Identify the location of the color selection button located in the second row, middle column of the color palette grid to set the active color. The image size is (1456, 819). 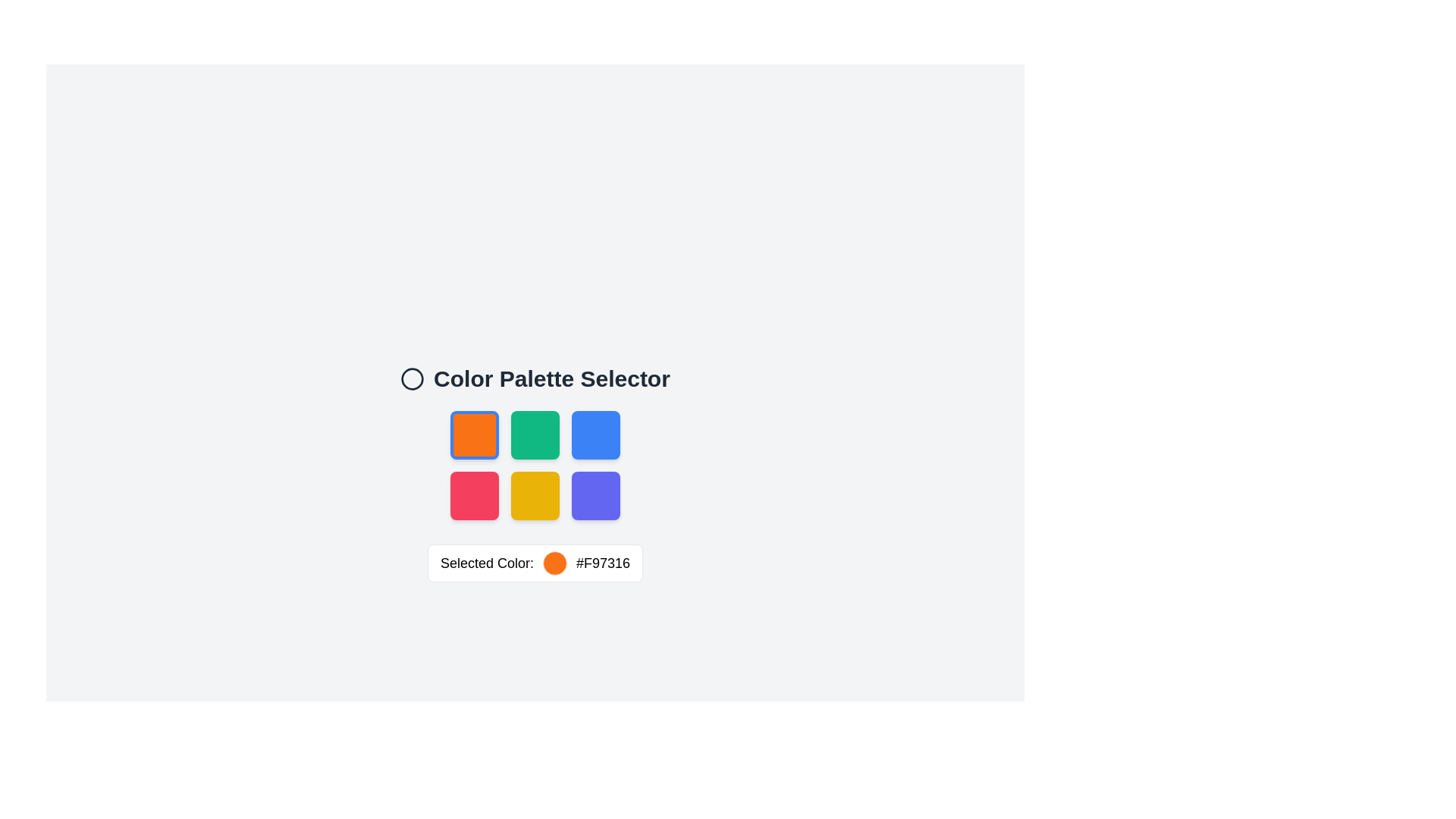
(535, 496).